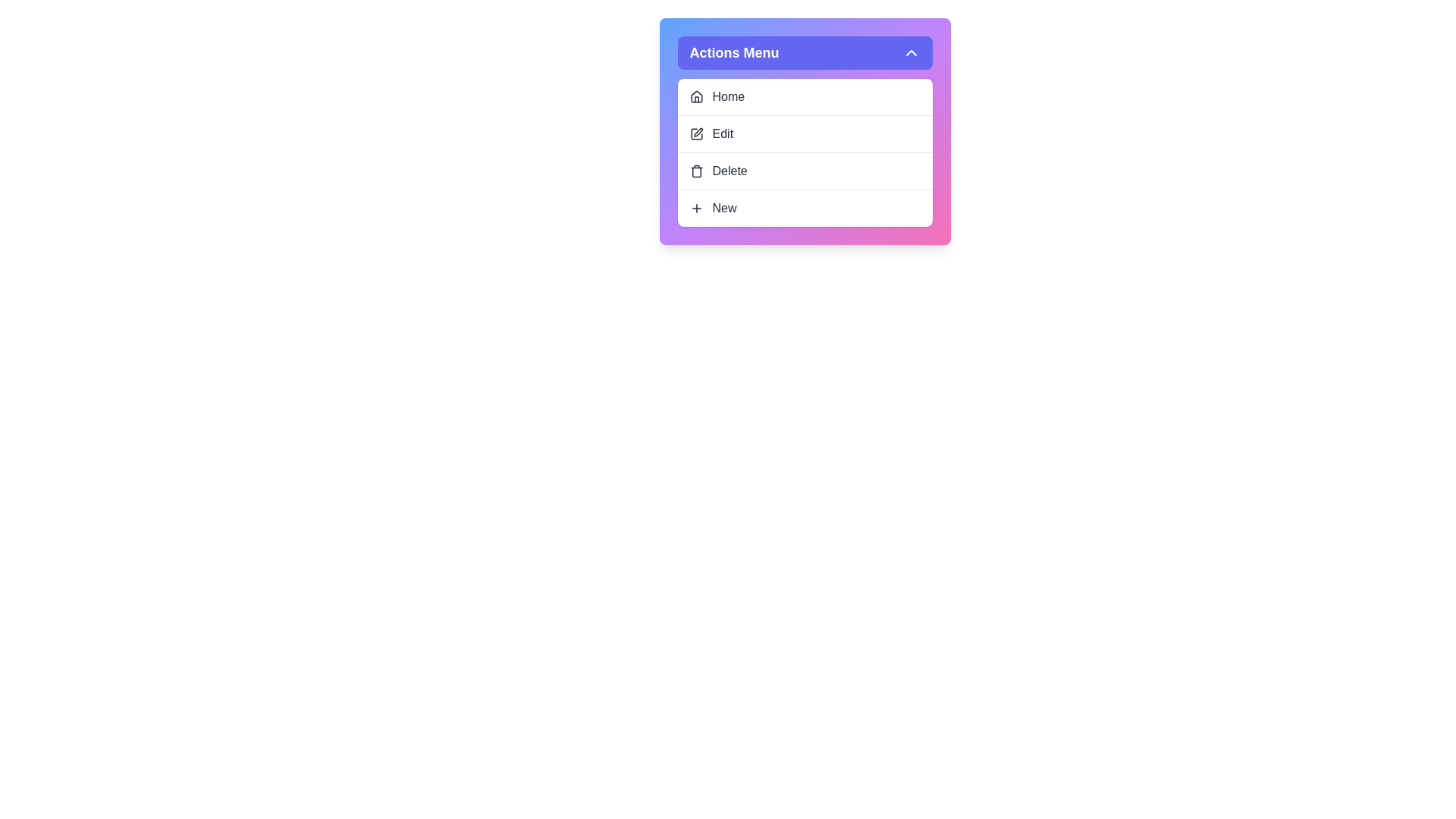 Image resolution: width=1456 pixels, height=819 pixels. I want to click on the menu item Home from the dropdown menu, so click(804, 96).